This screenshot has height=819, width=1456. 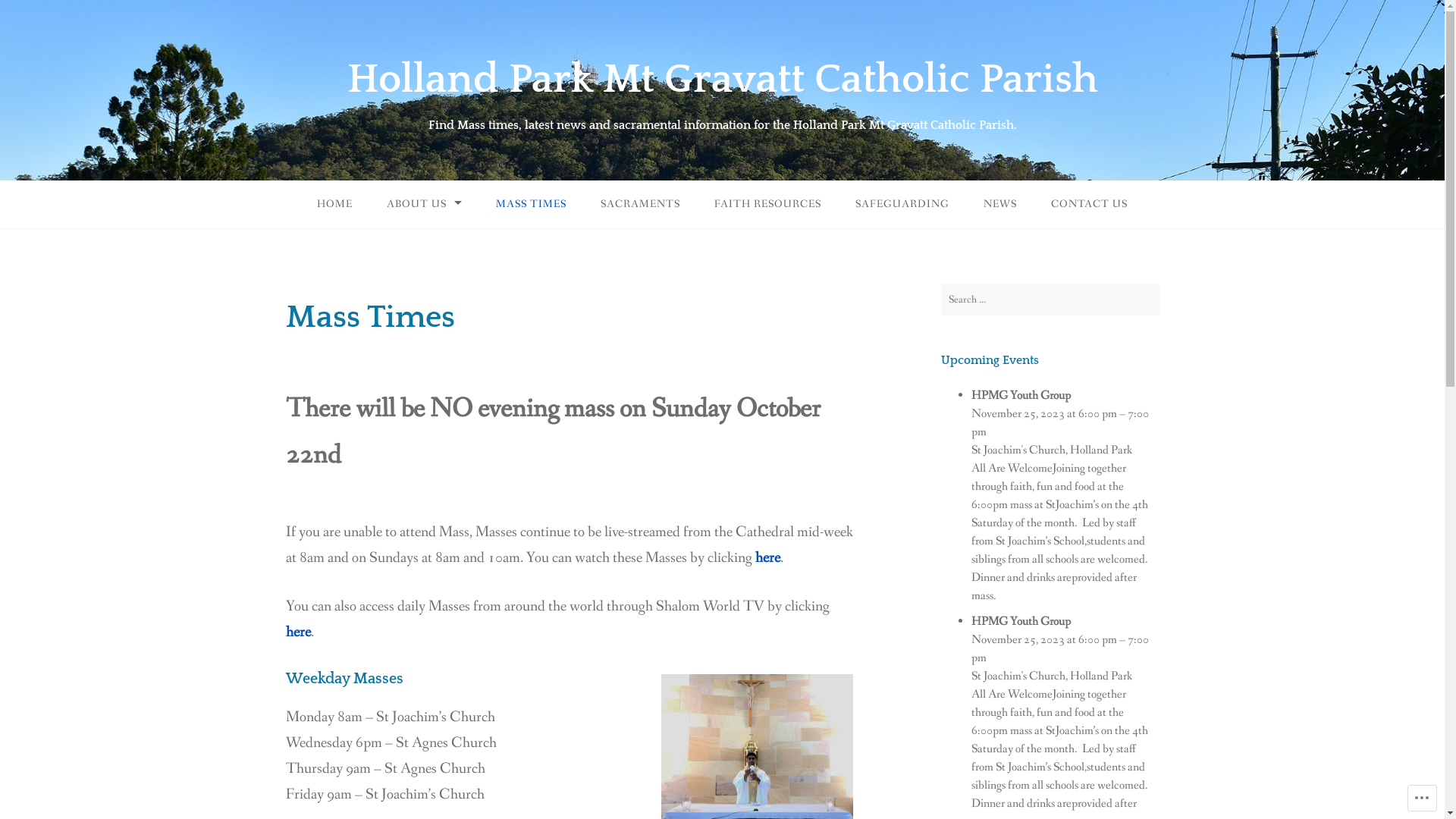 I want to click on 'here', so click(x=297, y=632).